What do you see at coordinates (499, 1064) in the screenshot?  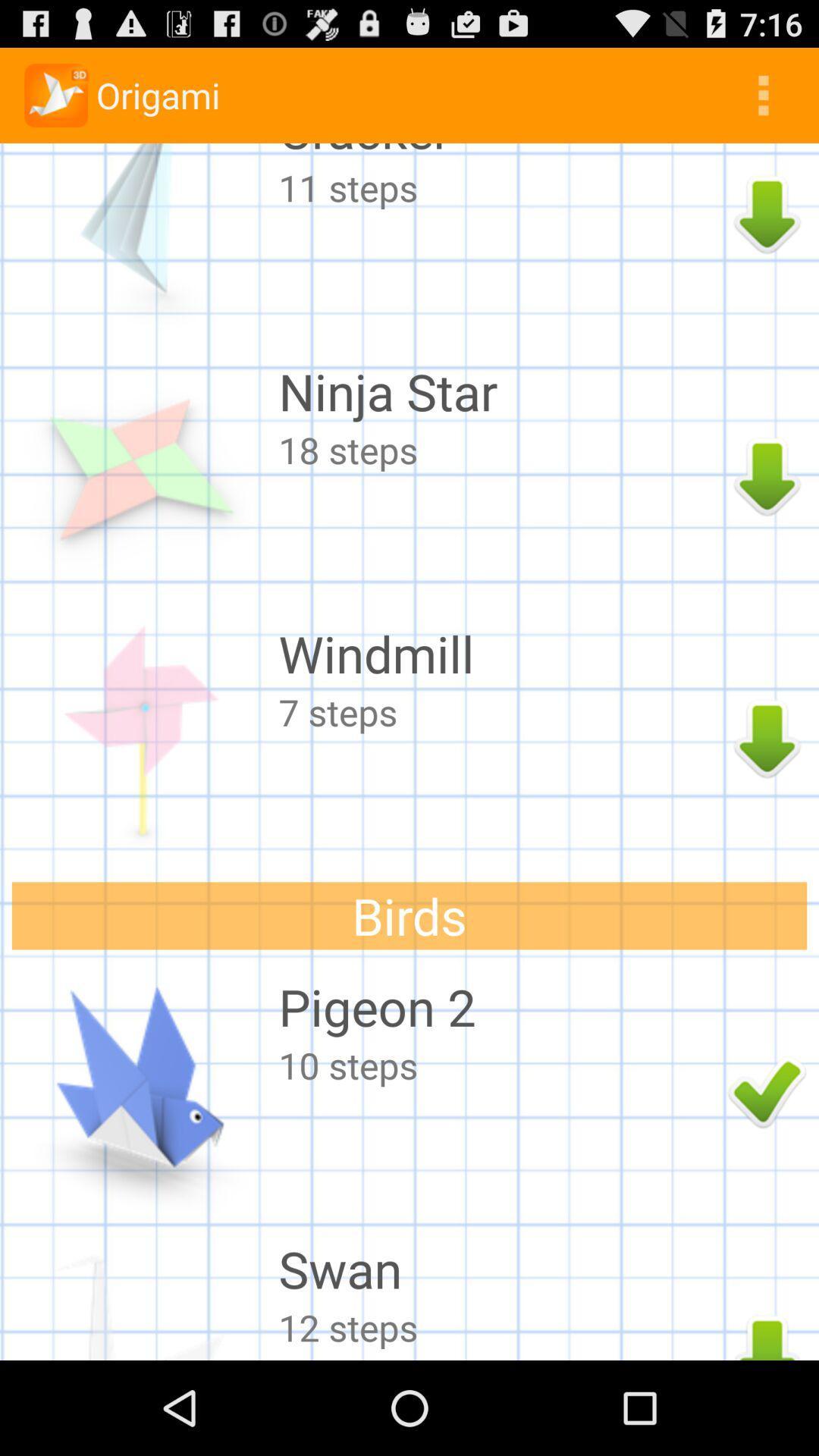 I see `10 steps item` at bounding box center [499, 1064].